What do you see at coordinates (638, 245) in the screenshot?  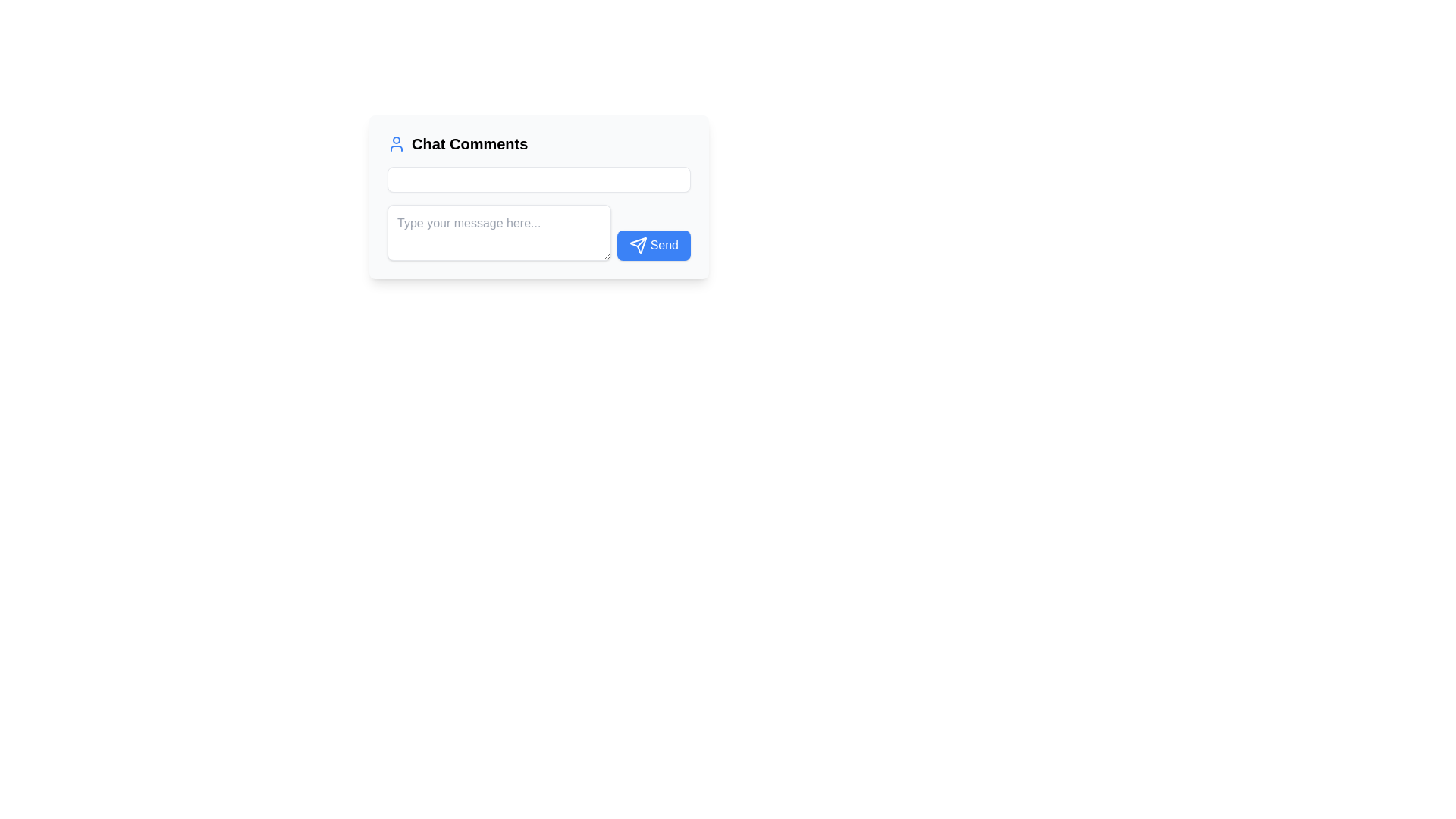 I see `the 'send' button graphic element located at the bottom-right section of the 'Chat Comments' panel` at bounding box center [638, 245].